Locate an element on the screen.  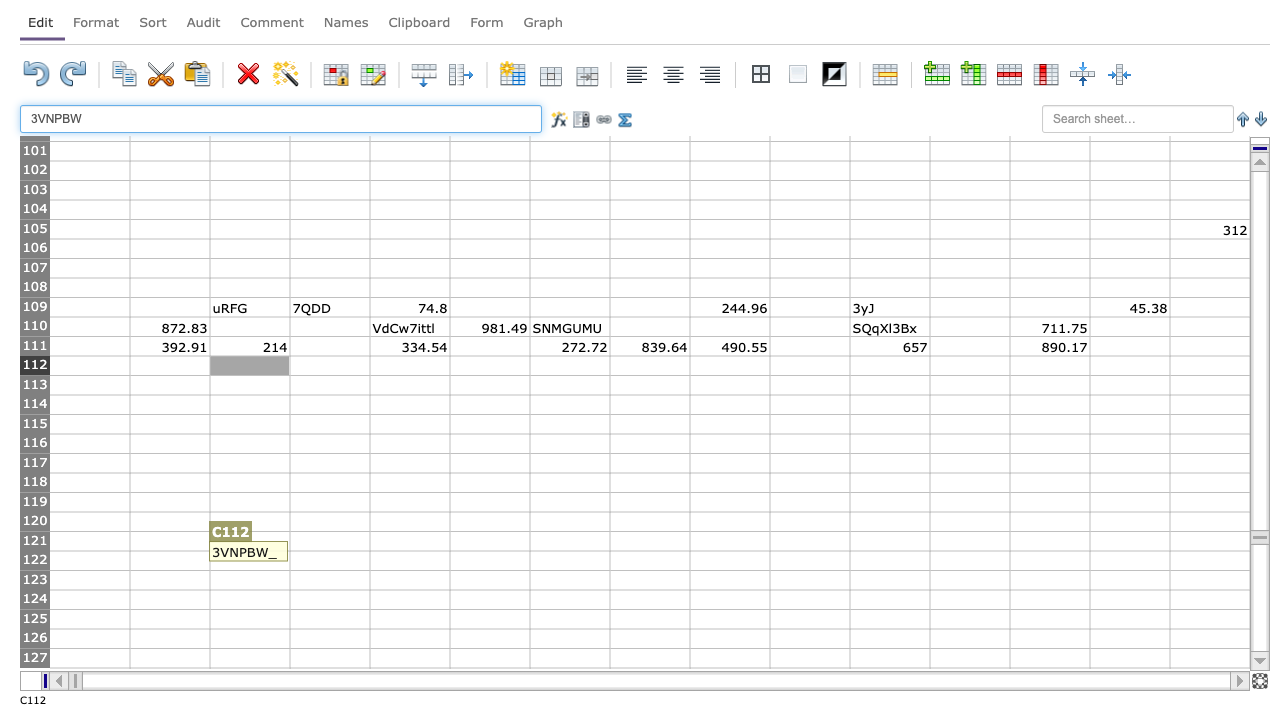
E122 is located at coordinates (408, 560).